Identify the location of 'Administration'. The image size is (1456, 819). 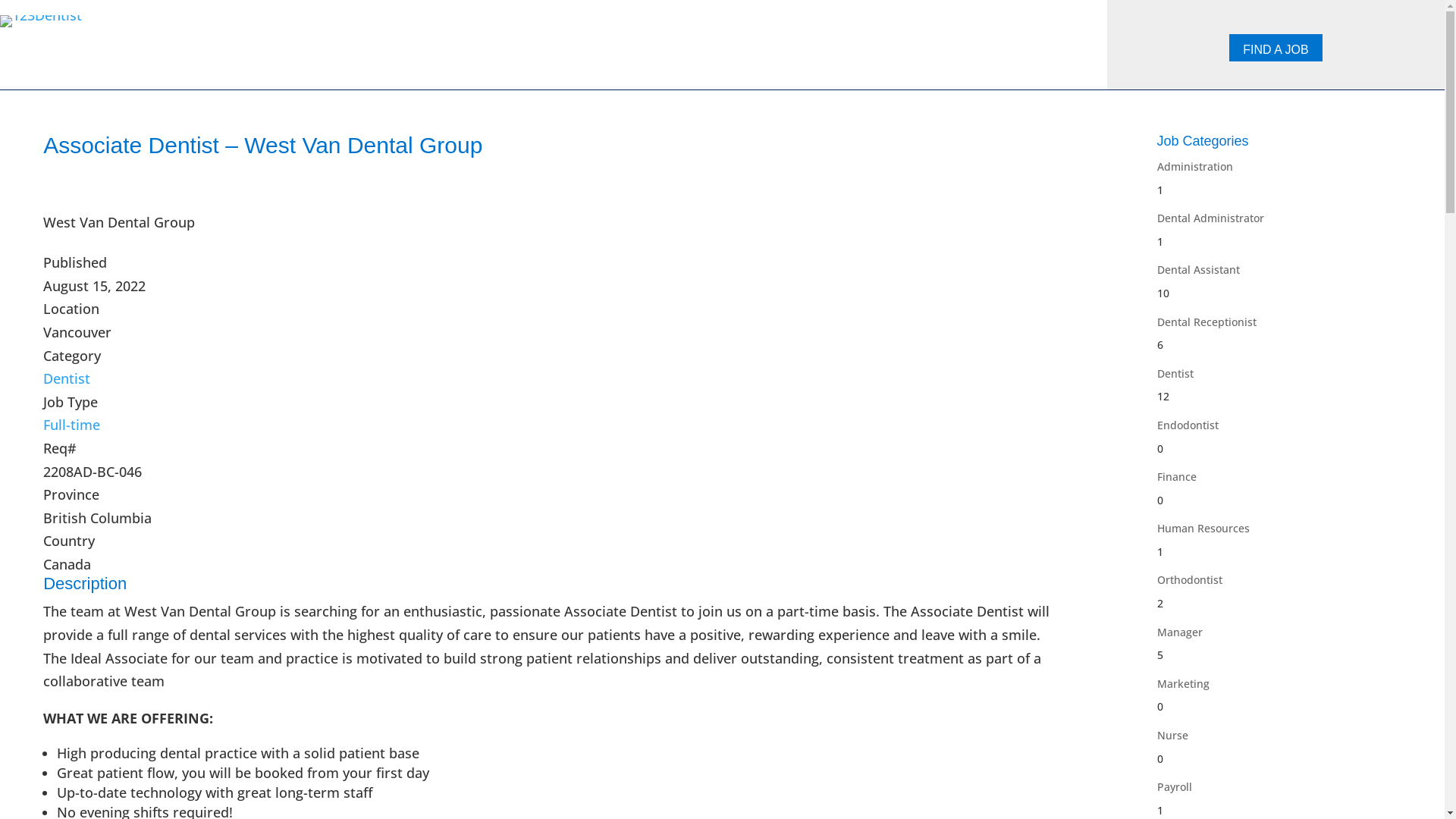
(1156, 166).